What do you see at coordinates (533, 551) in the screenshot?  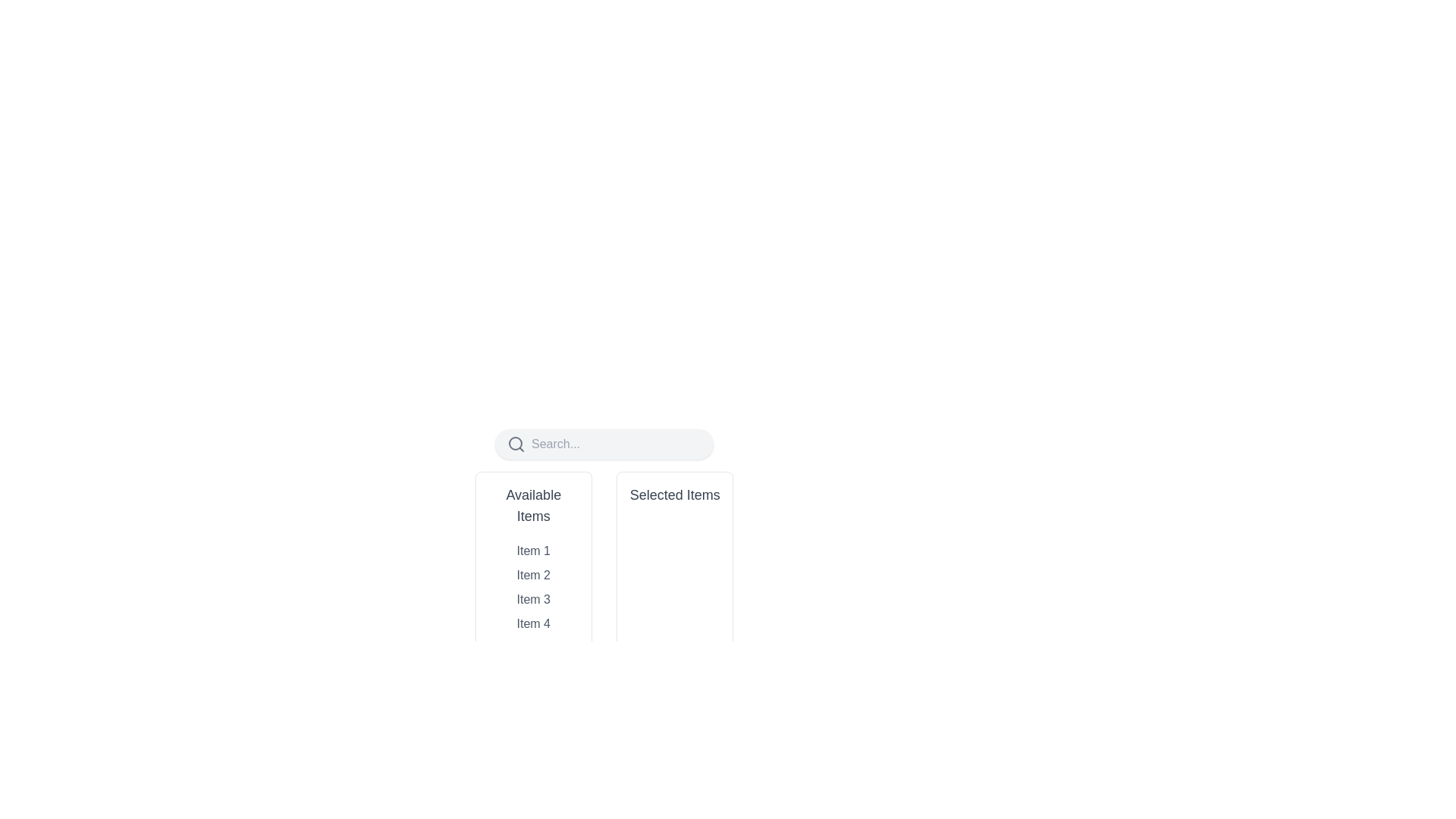 I see `the first item in the 'Available Items' list` at bounding box center [533, 551].